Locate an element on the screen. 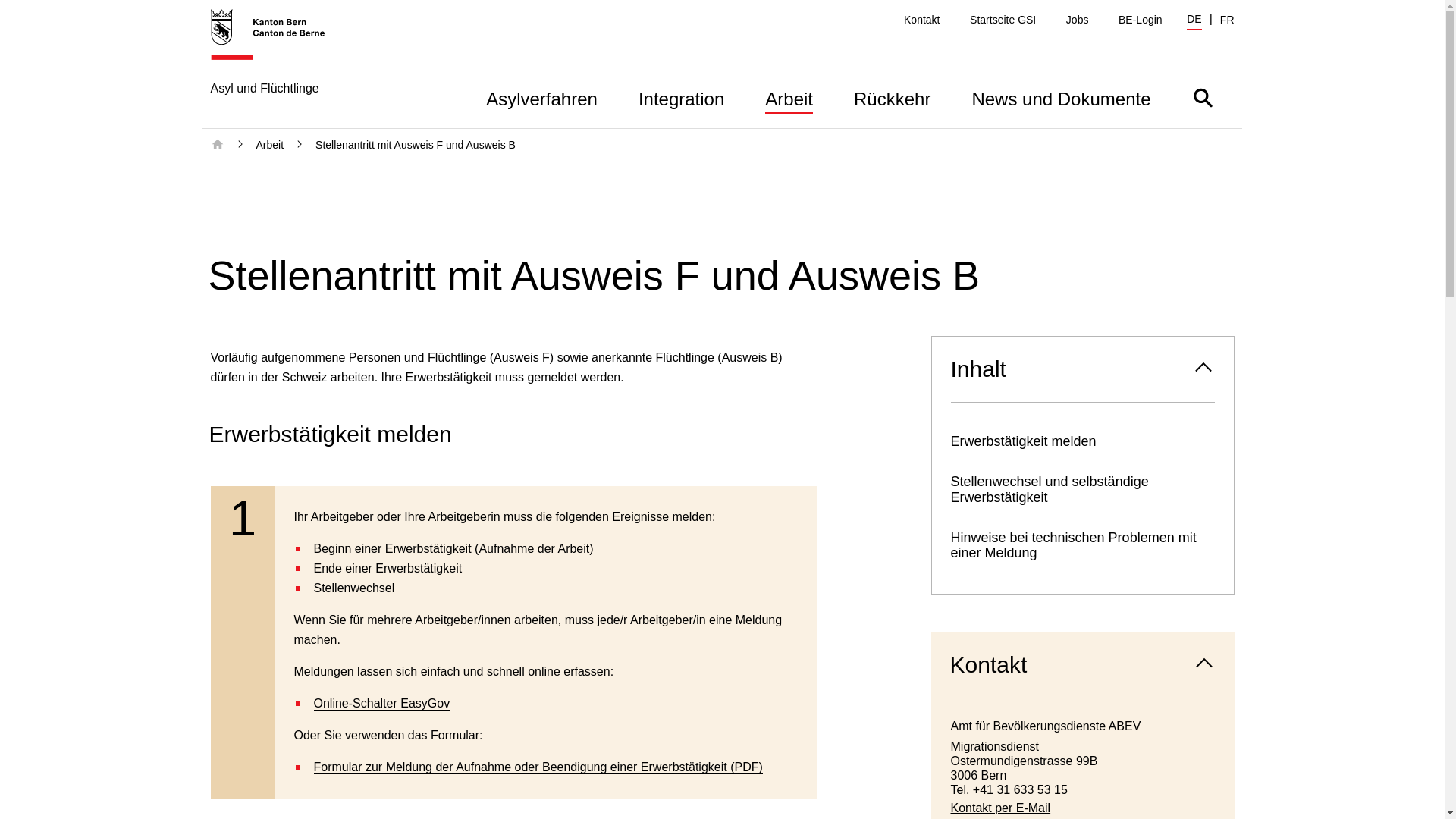  'Integration' is located at coordinates (680, 97).